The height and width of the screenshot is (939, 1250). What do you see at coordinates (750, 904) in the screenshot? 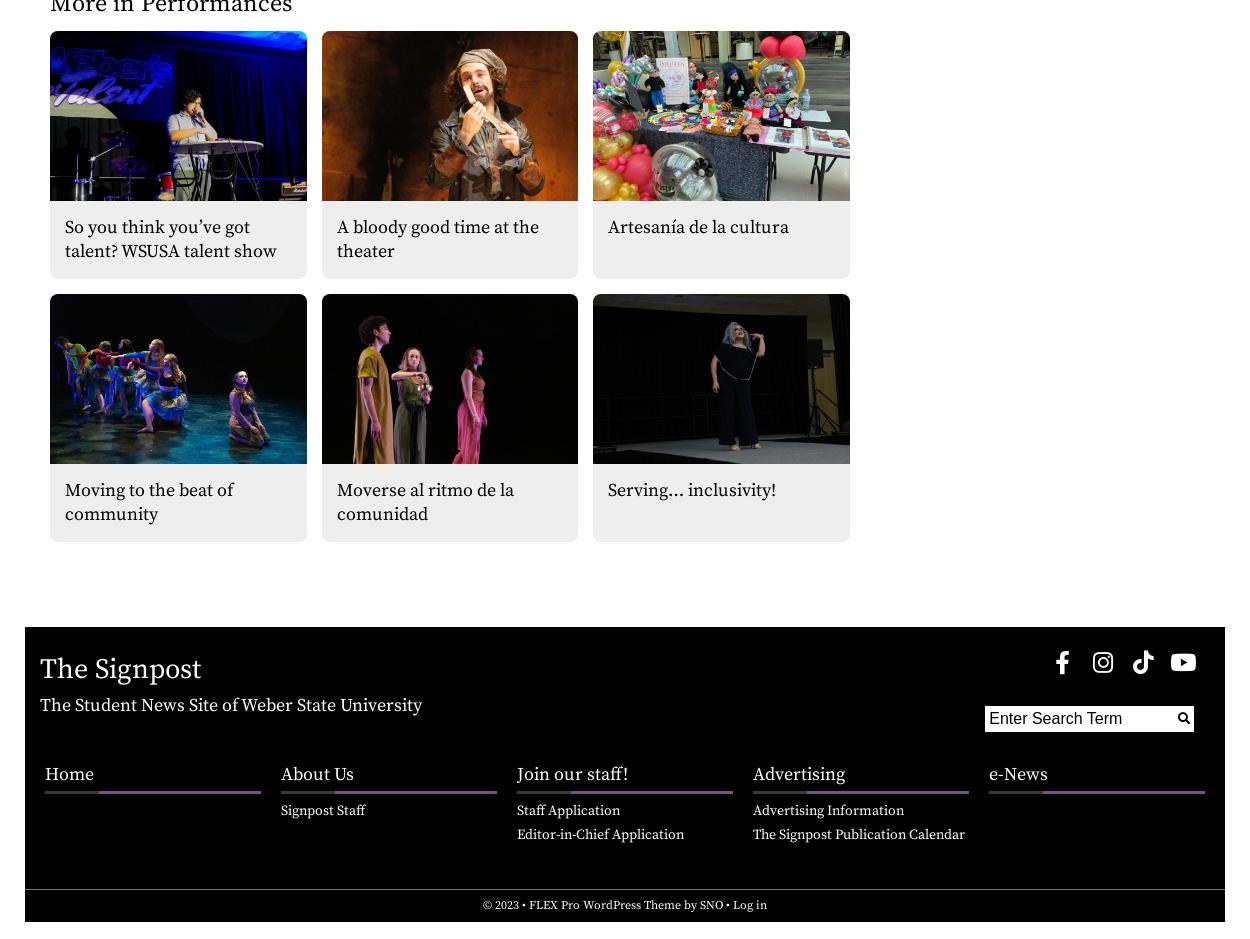
I see `'Log in'` at bounding box center [750, 904].